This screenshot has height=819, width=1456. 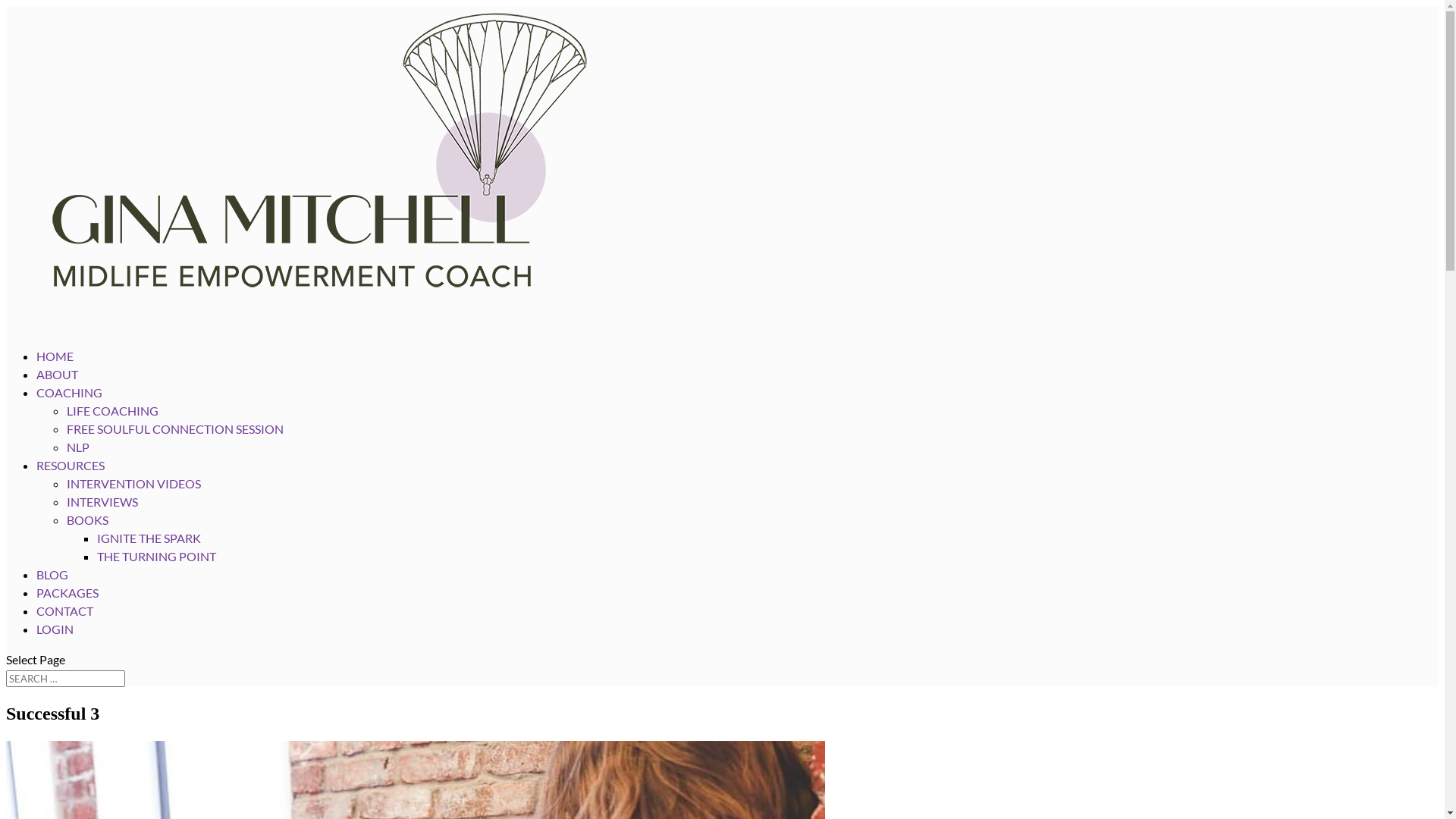 I want to click on 'Search for:', so click(x=64, y=677).